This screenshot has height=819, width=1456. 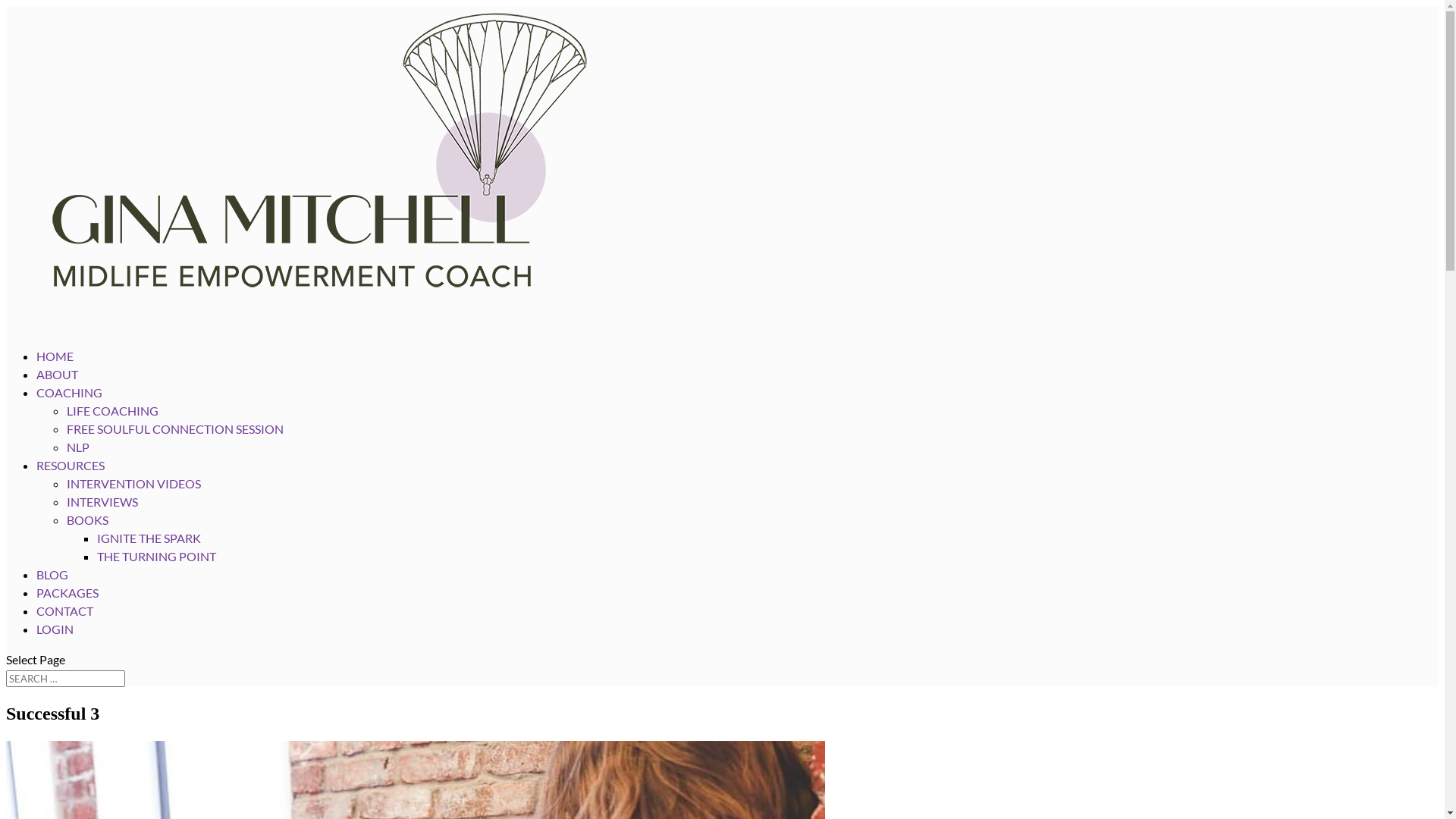 I want to click on 'Search for:', so click(x=64, y=677).